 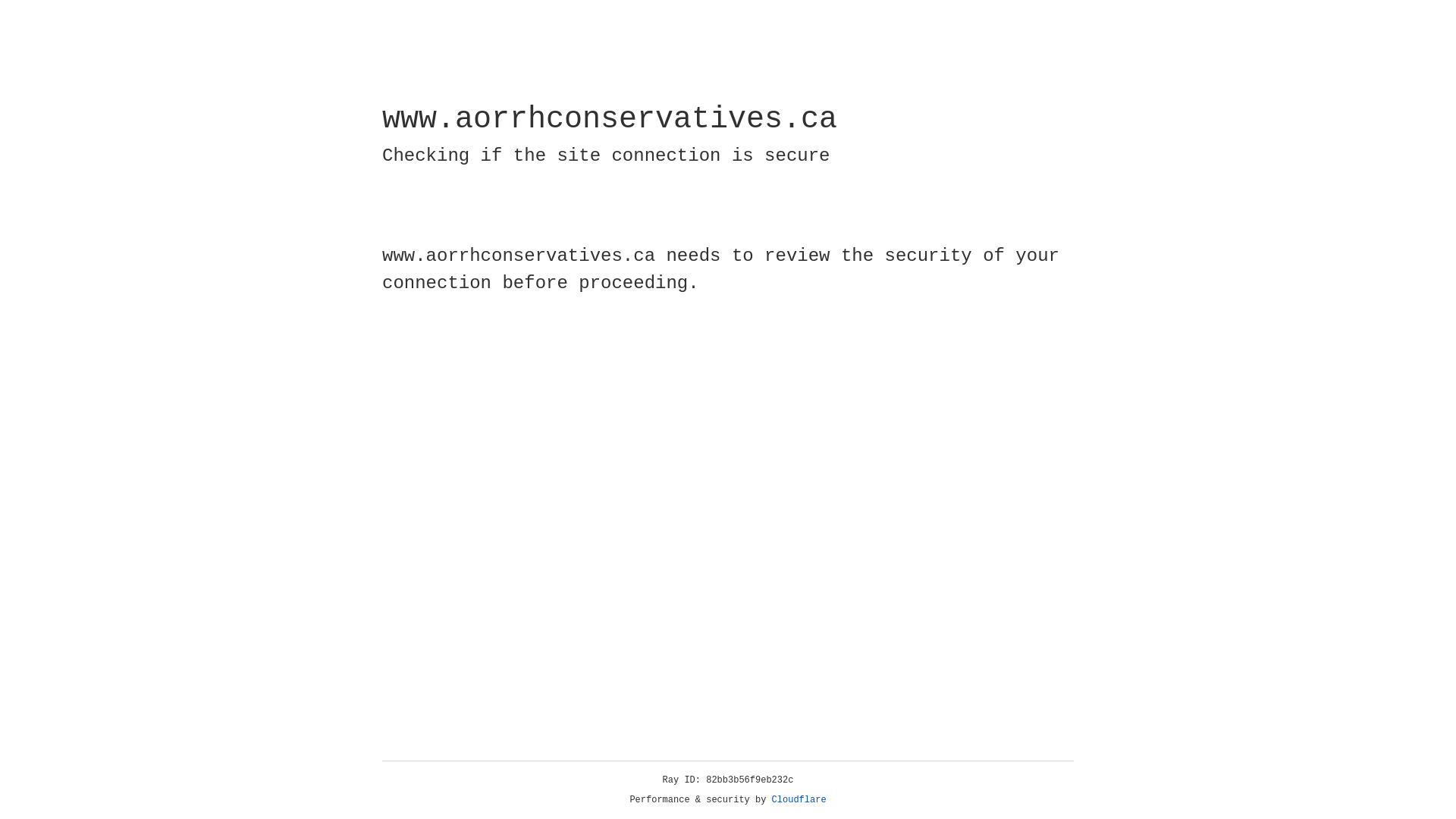 What do you see at coordinates (799, 799) in the screenshot?
I see `'Cloudflare'` at bounding box center [799, 799].